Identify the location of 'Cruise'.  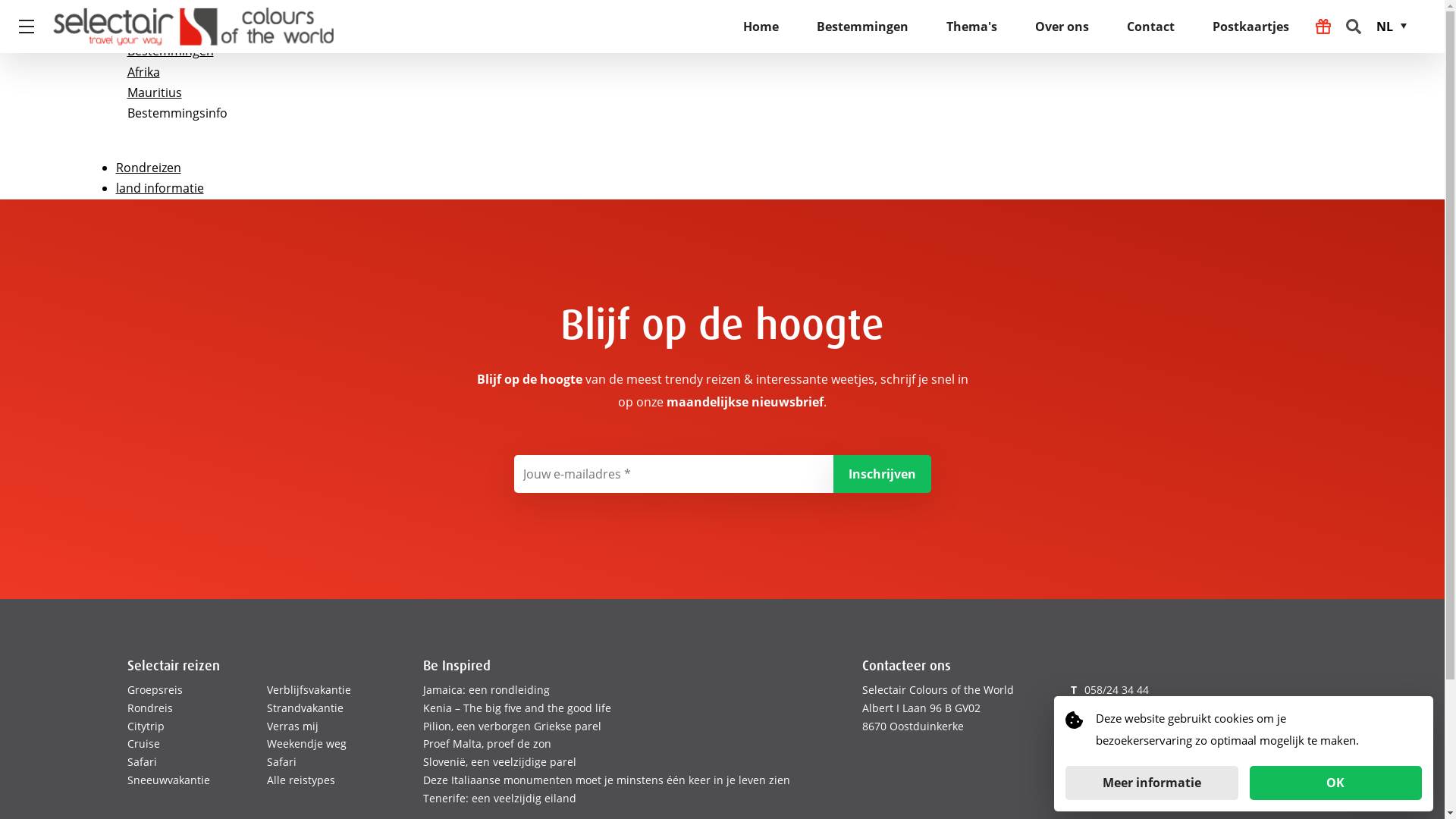
(143, 742).